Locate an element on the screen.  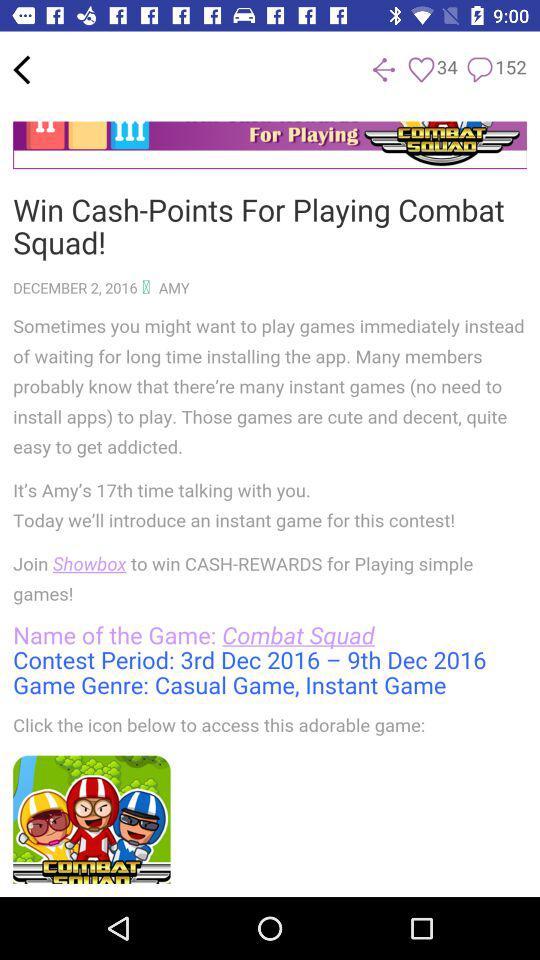
back is located at coordinates (20, 69).